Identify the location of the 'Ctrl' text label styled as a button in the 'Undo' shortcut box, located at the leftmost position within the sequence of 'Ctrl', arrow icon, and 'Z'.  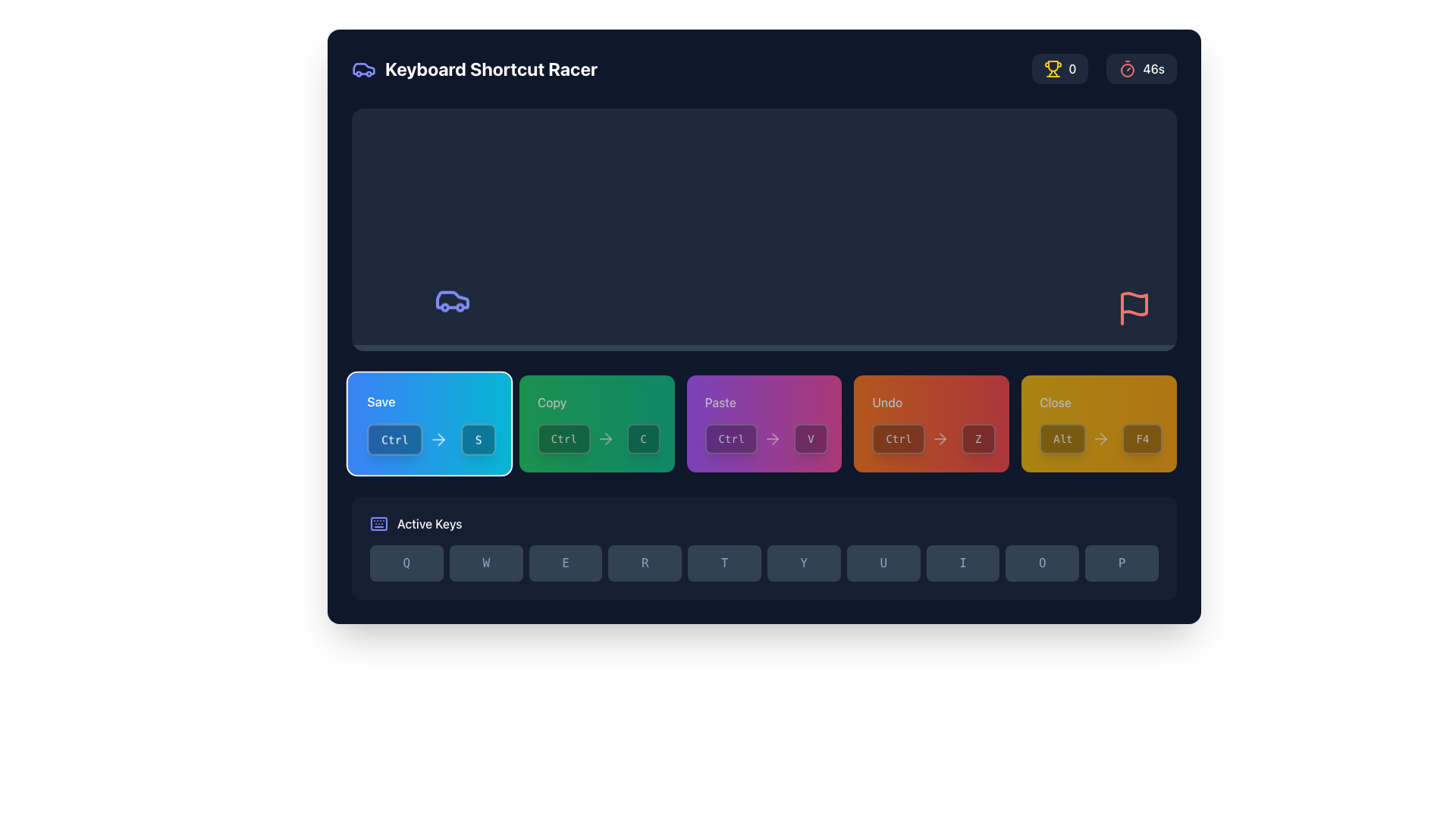
(913, 438).